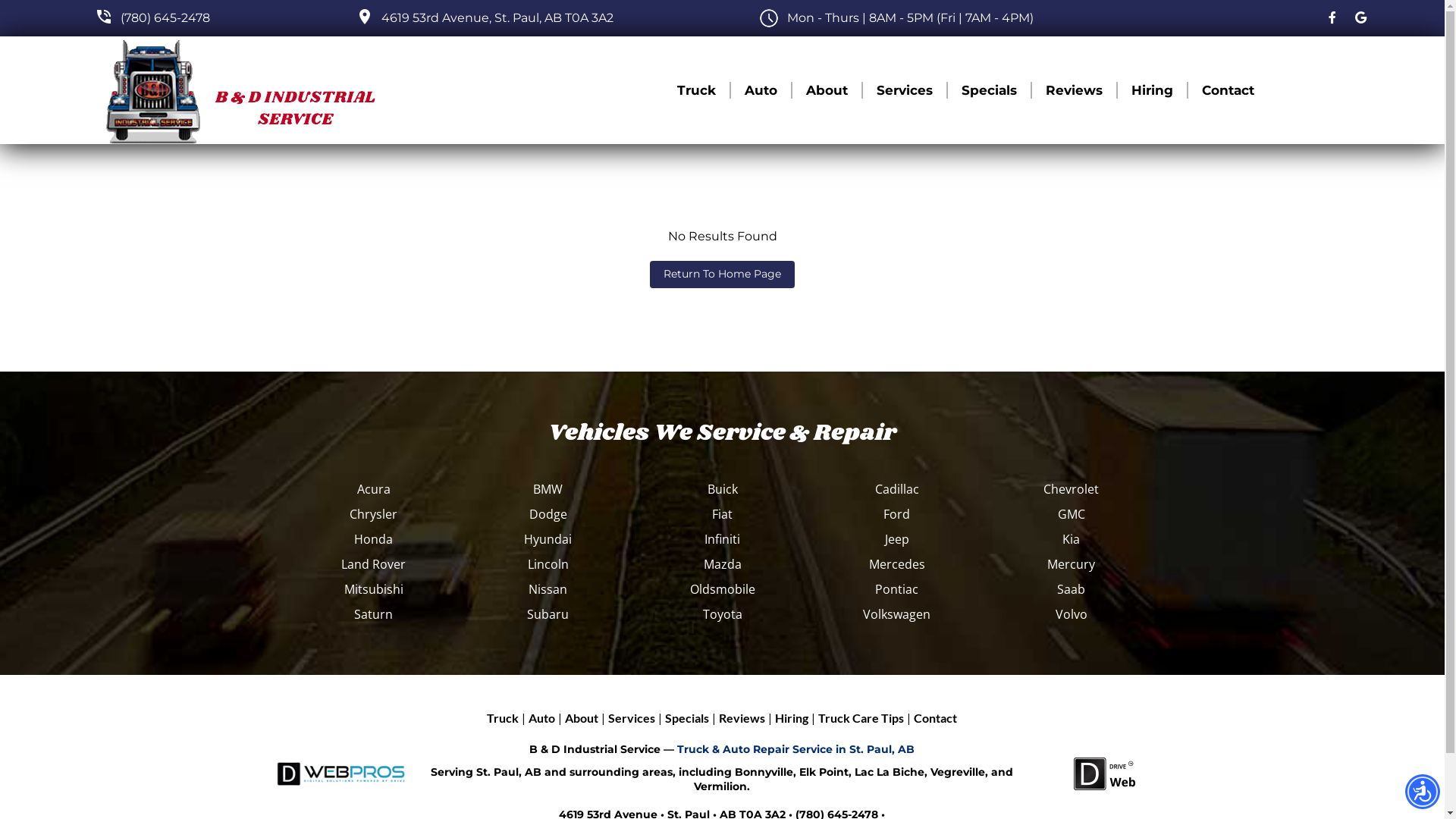 Image resolution: width=1456 pixels, height=819 pixels. Describe the element at coordinates (1070, 513) in the screenshot. I see `'GMC'` at that location.